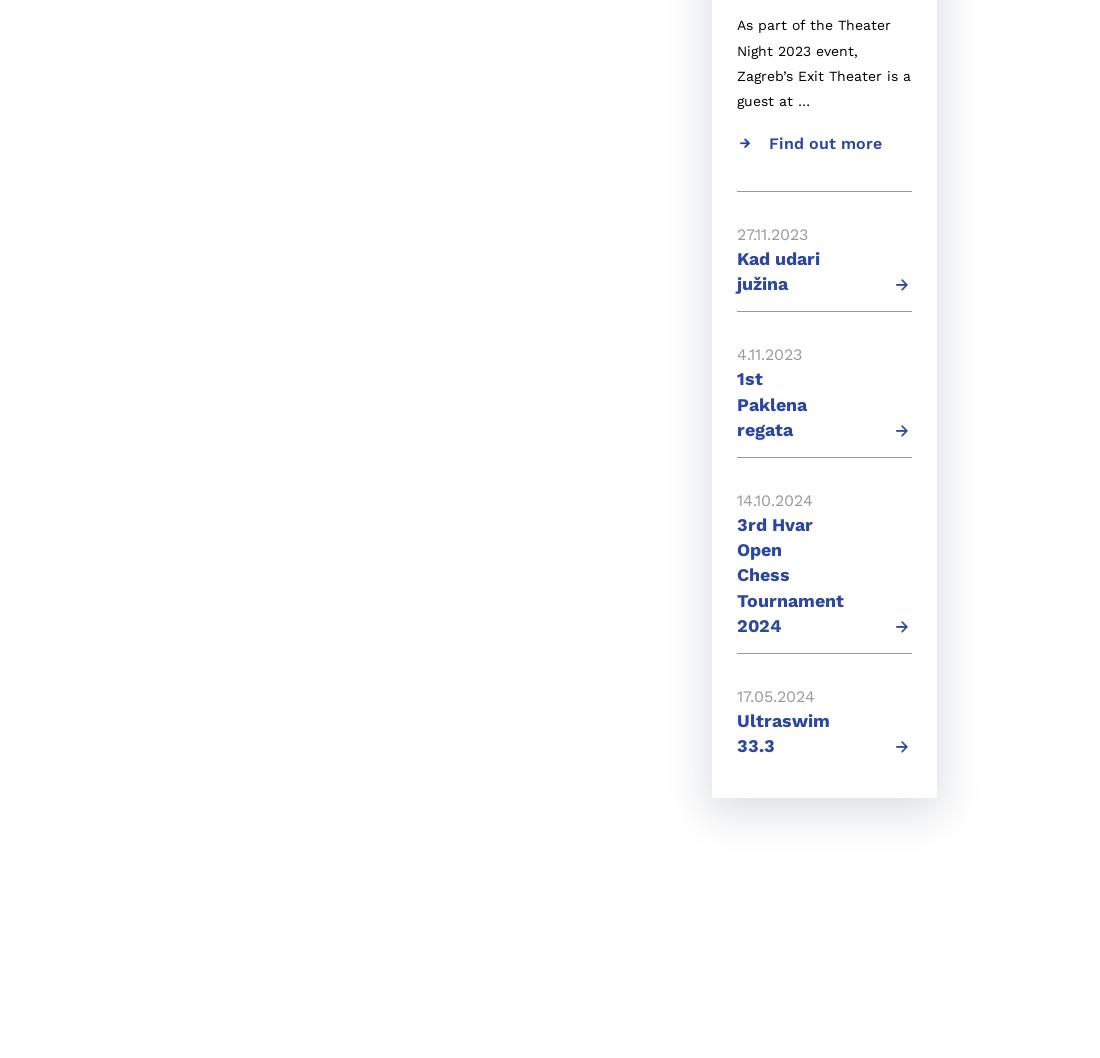 The width and height of the screenshot is (1100, 1058). What do you see at coordinates (824, 62) in the screenshot?
I see `'As part of the Theater Night 2023 event, Zagreb’s Exit Theater is a guest at …'` at bounding box center [824, 62].